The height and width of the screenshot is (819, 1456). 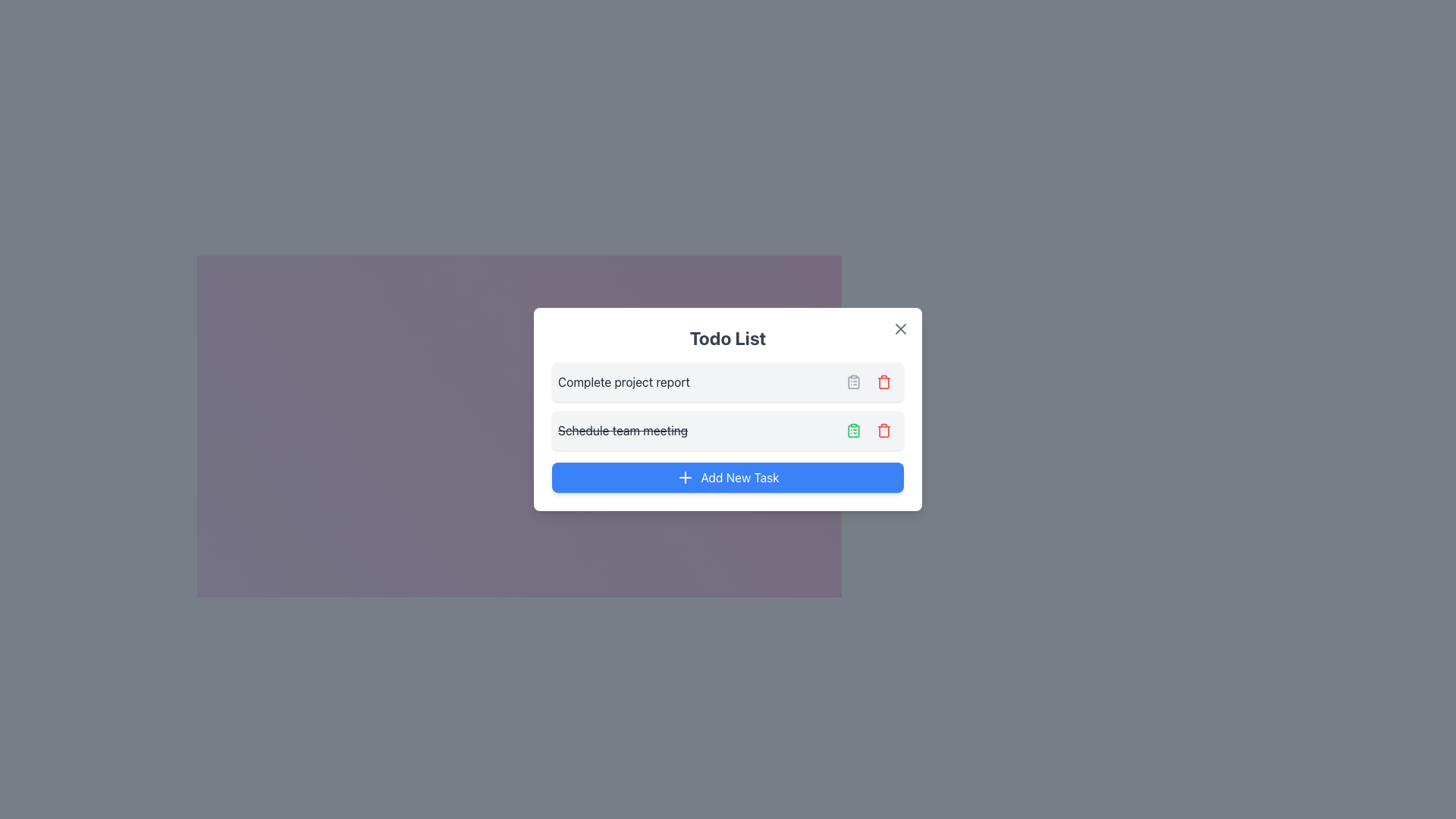 I want to click on the static text displaying the title of a task in the first row of the task list within the 'Todo List' modal dialog, so click(x=623, y=381).